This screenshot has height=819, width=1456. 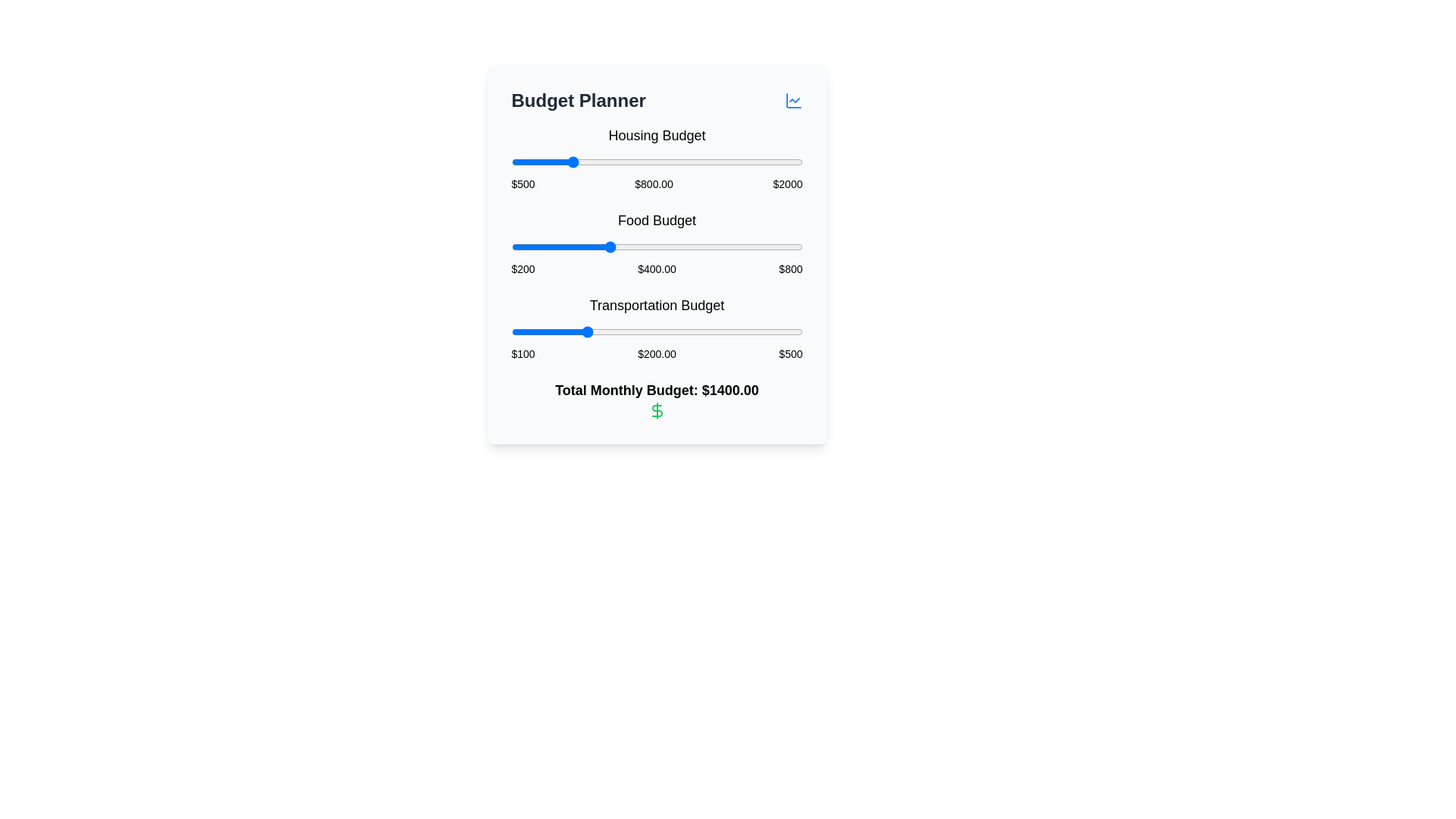 What do you see at coordinates (657, 353) in the screenshot?
I see `the static text label that displays the current value of the Transportation Budget slider, positioned between '$100' and '$500'` at bounding box center [657, 353].